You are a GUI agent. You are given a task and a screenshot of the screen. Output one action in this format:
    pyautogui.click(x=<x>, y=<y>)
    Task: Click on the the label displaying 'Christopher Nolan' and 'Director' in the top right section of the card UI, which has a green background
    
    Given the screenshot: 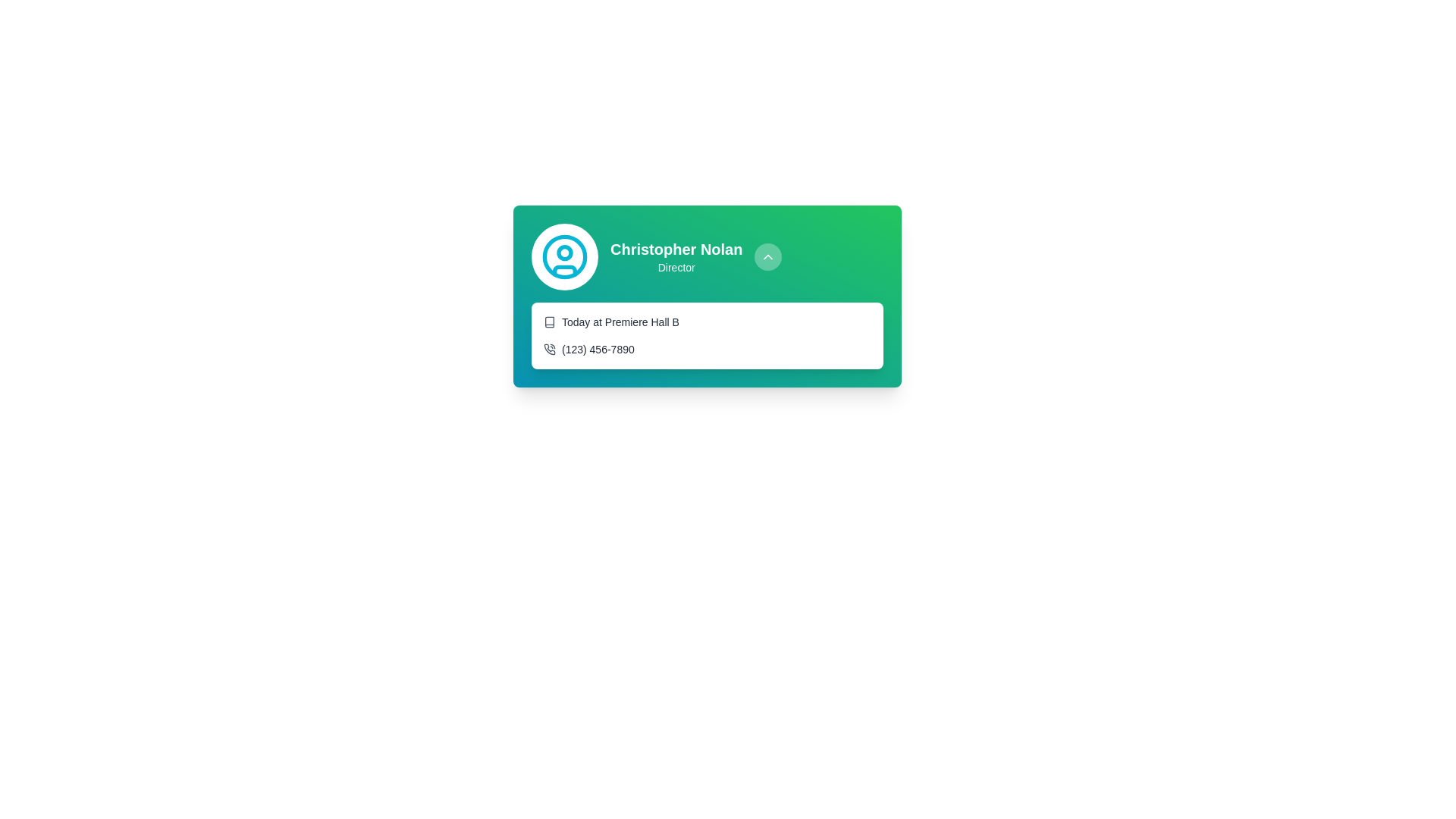 What is the action you would take?
    pyautogui.click(x=676, y=256)
    